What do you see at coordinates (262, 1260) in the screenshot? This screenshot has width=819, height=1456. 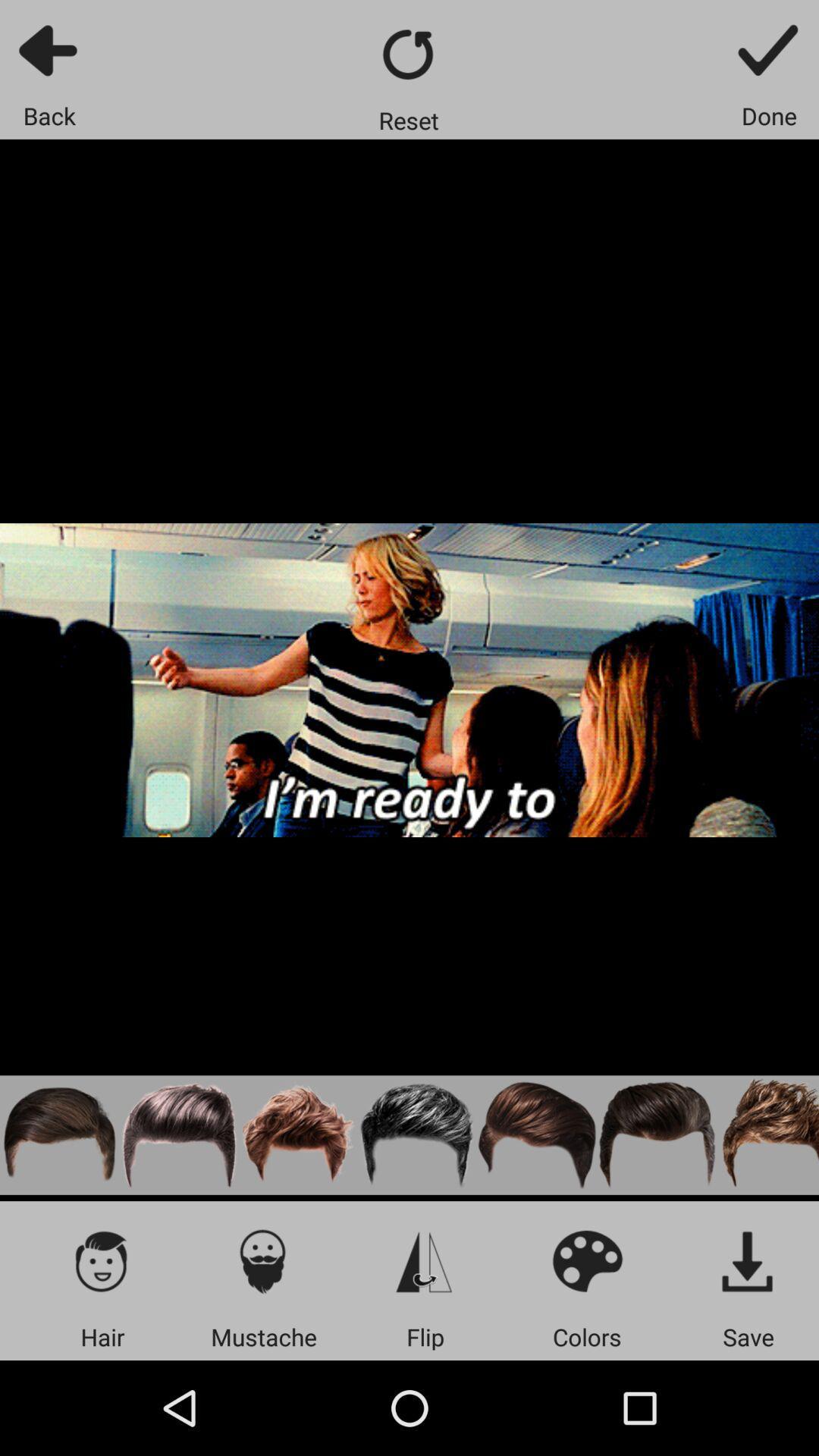 I see `mustache icon` at bounding box center [262, 1260].